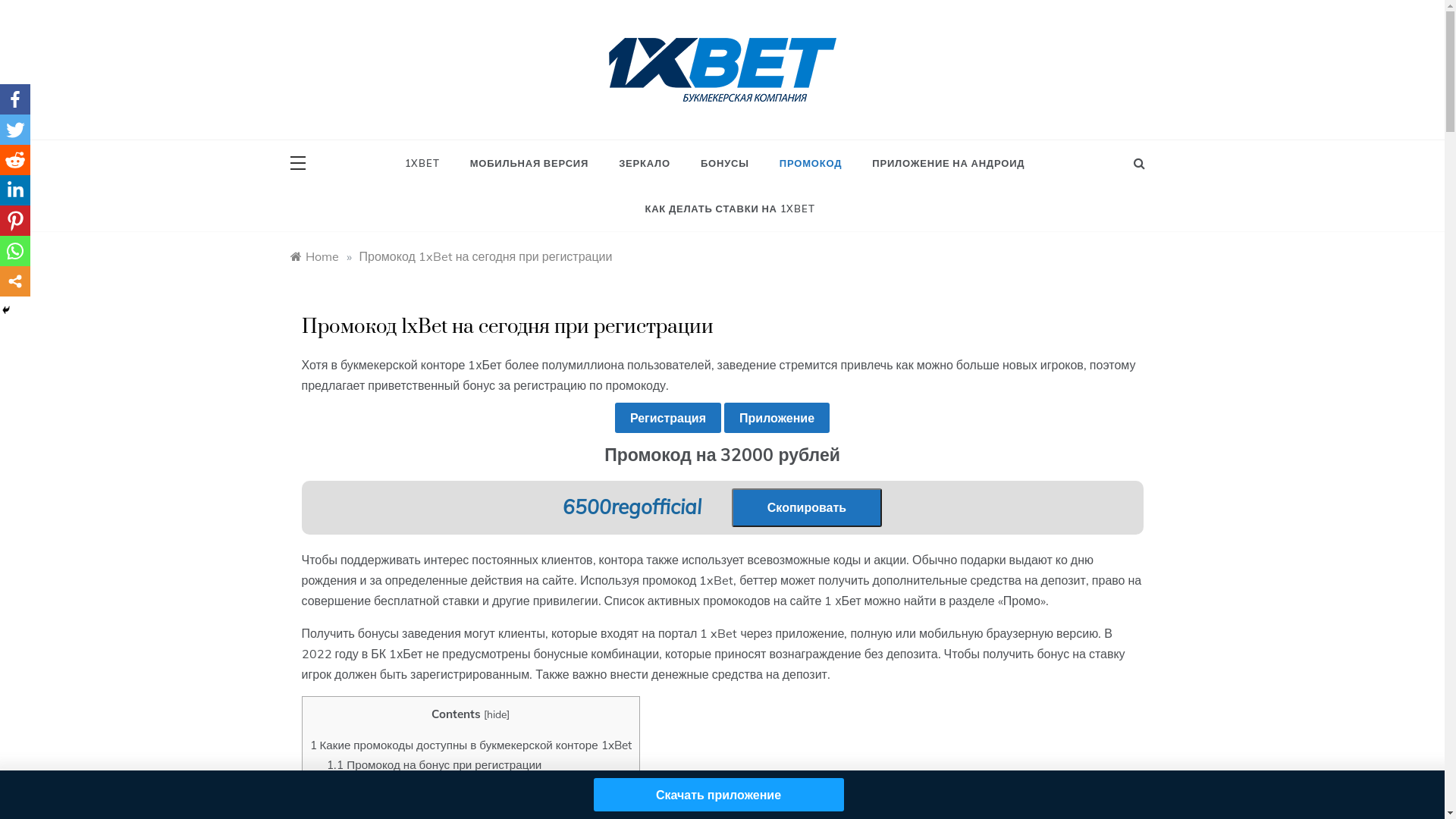 The height and width of the screenshot is (819, 1456). What do you see at coordinates (14, 281) in the screenshot?
I see `'More'` at bounding box center [14, 281].